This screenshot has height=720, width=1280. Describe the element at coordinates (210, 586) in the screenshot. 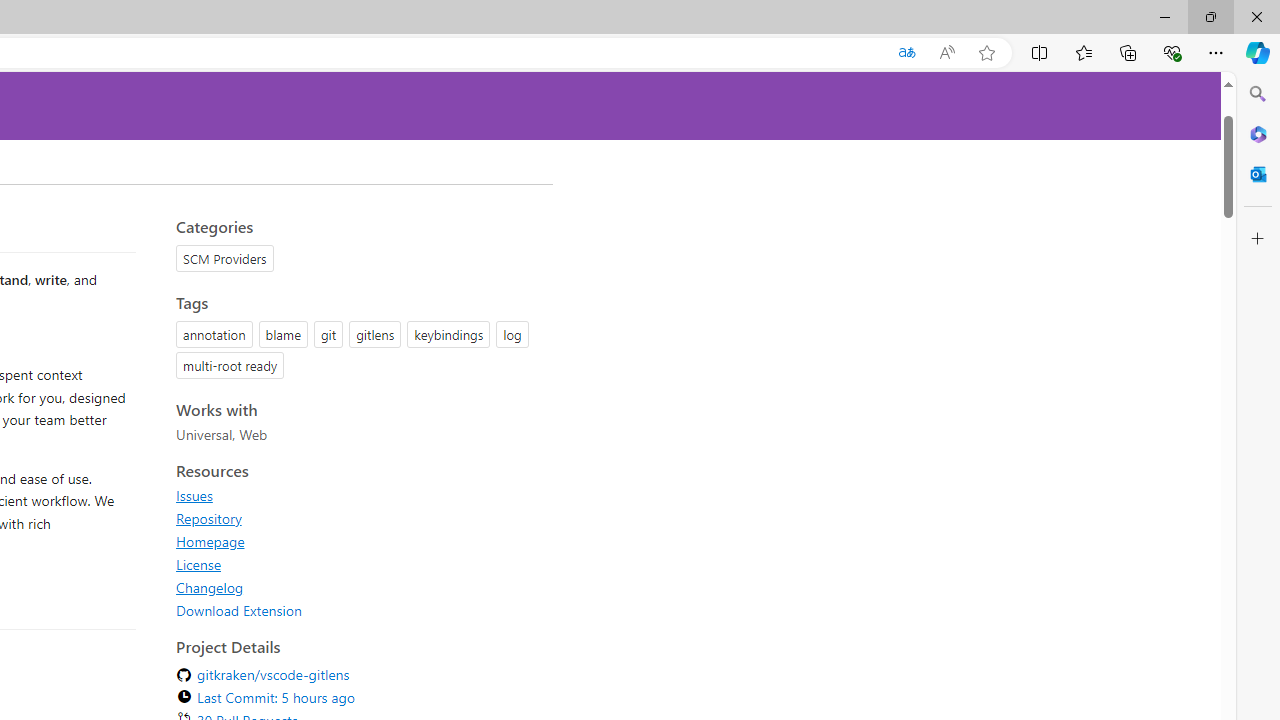

I see `'Changelog'` at that location.